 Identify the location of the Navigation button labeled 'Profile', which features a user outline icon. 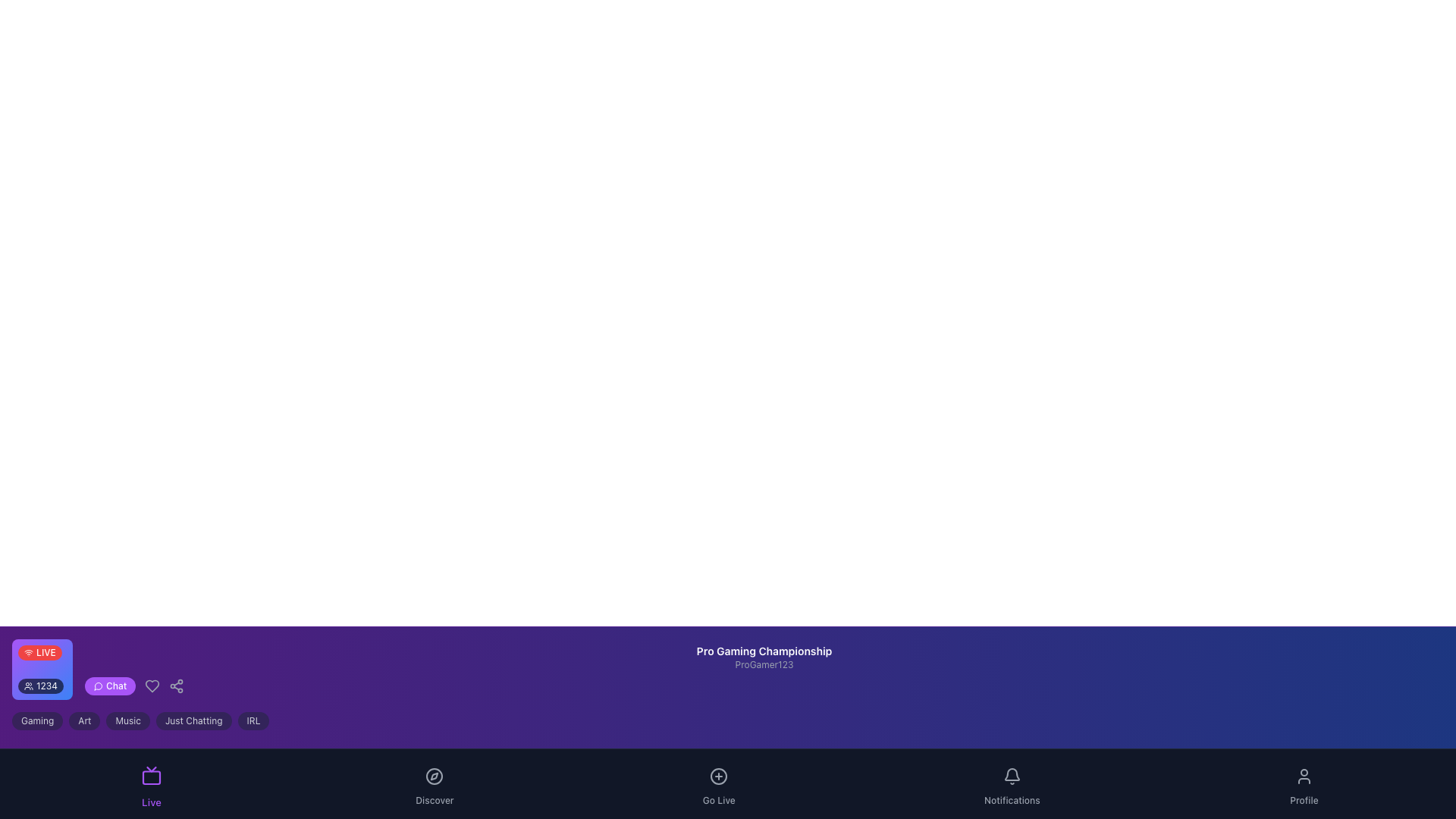
(1303, 783).